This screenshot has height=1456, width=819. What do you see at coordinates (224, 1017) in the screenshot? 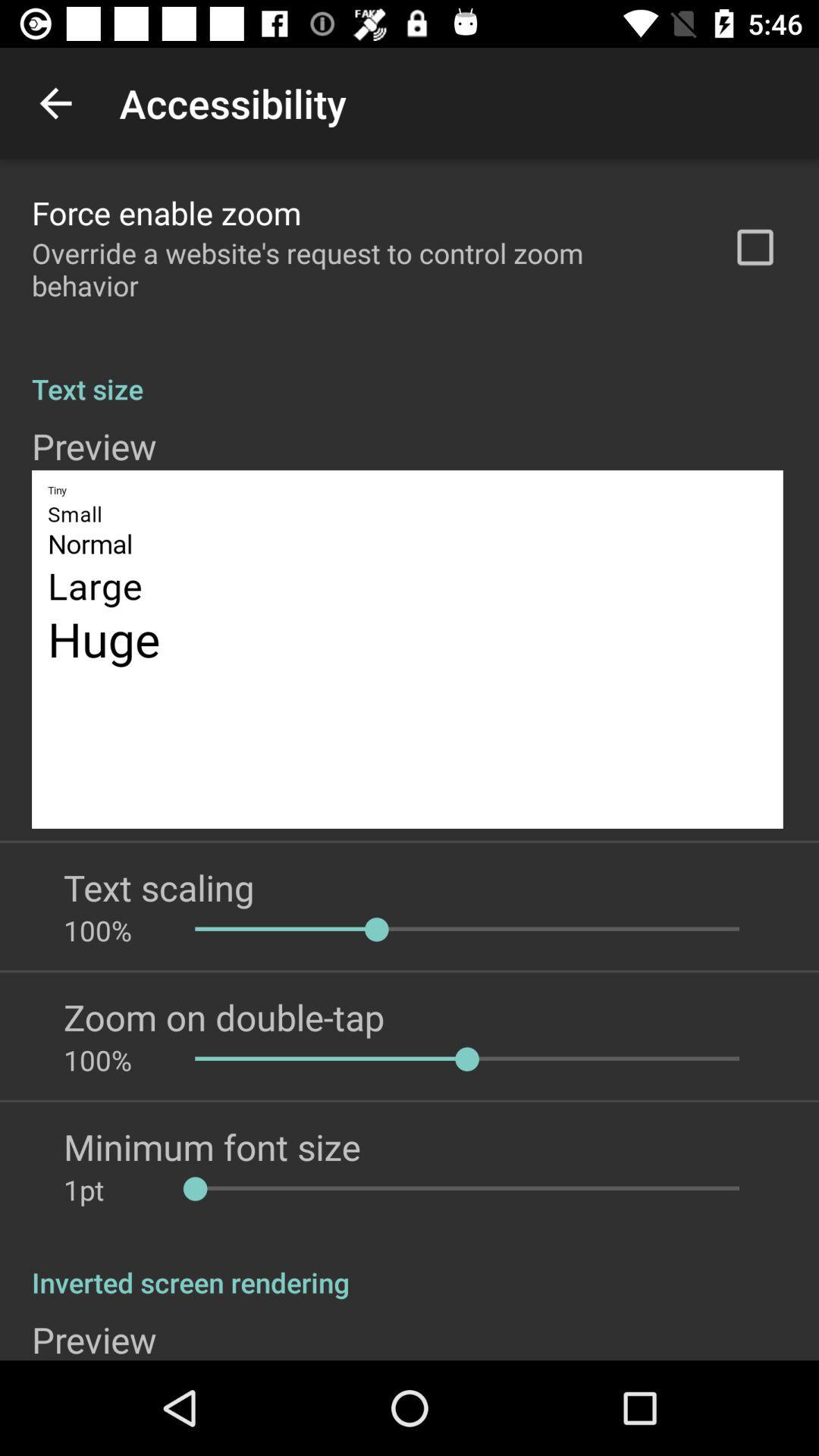
I see `the zoom on double` at bounding box center [224, 1017].